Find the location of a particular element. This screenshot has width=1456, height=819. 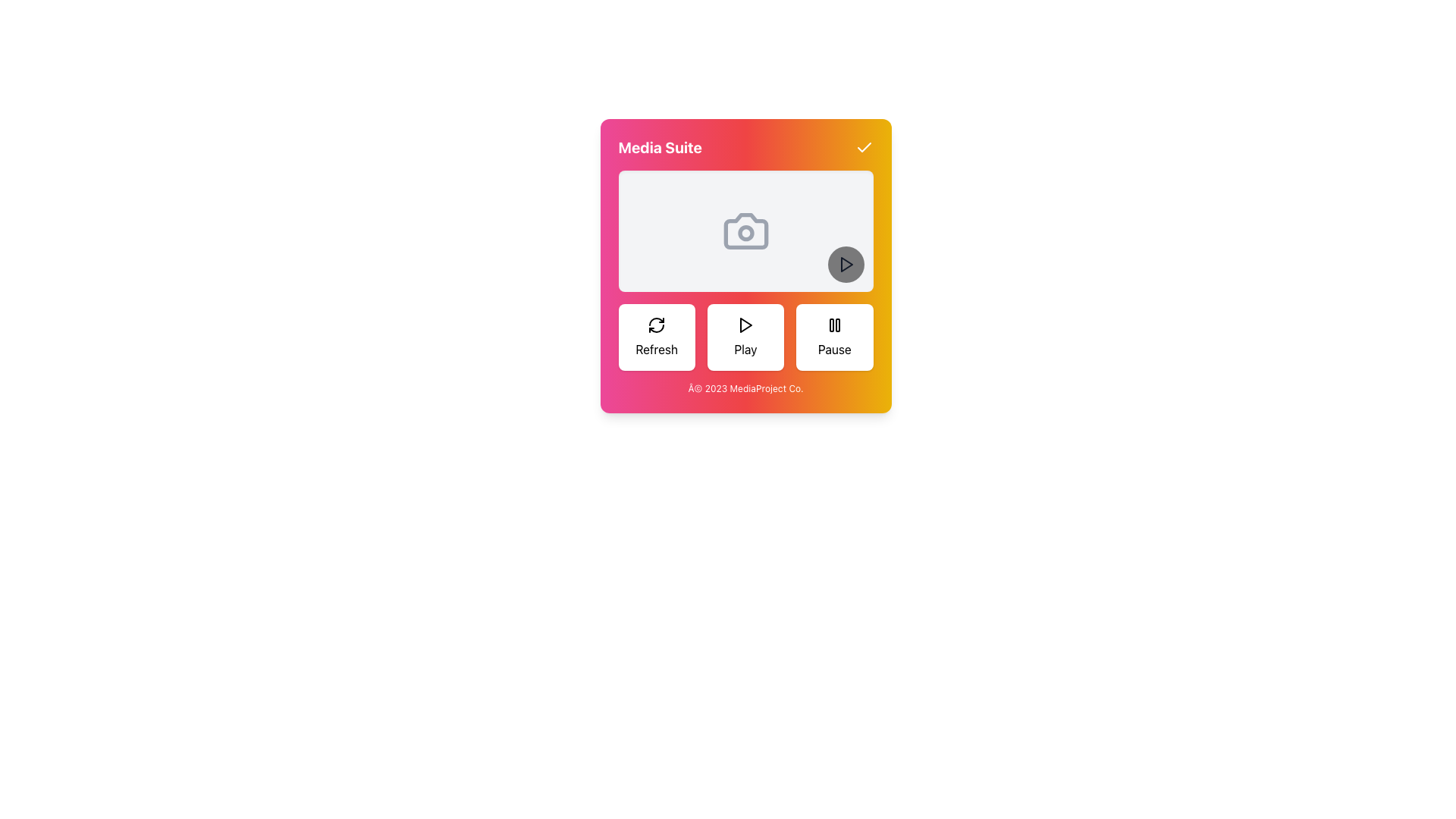

the playback button located in the button row at the bottom of the card interface to initiate playback functionalities is located at coordinates (745, 336).